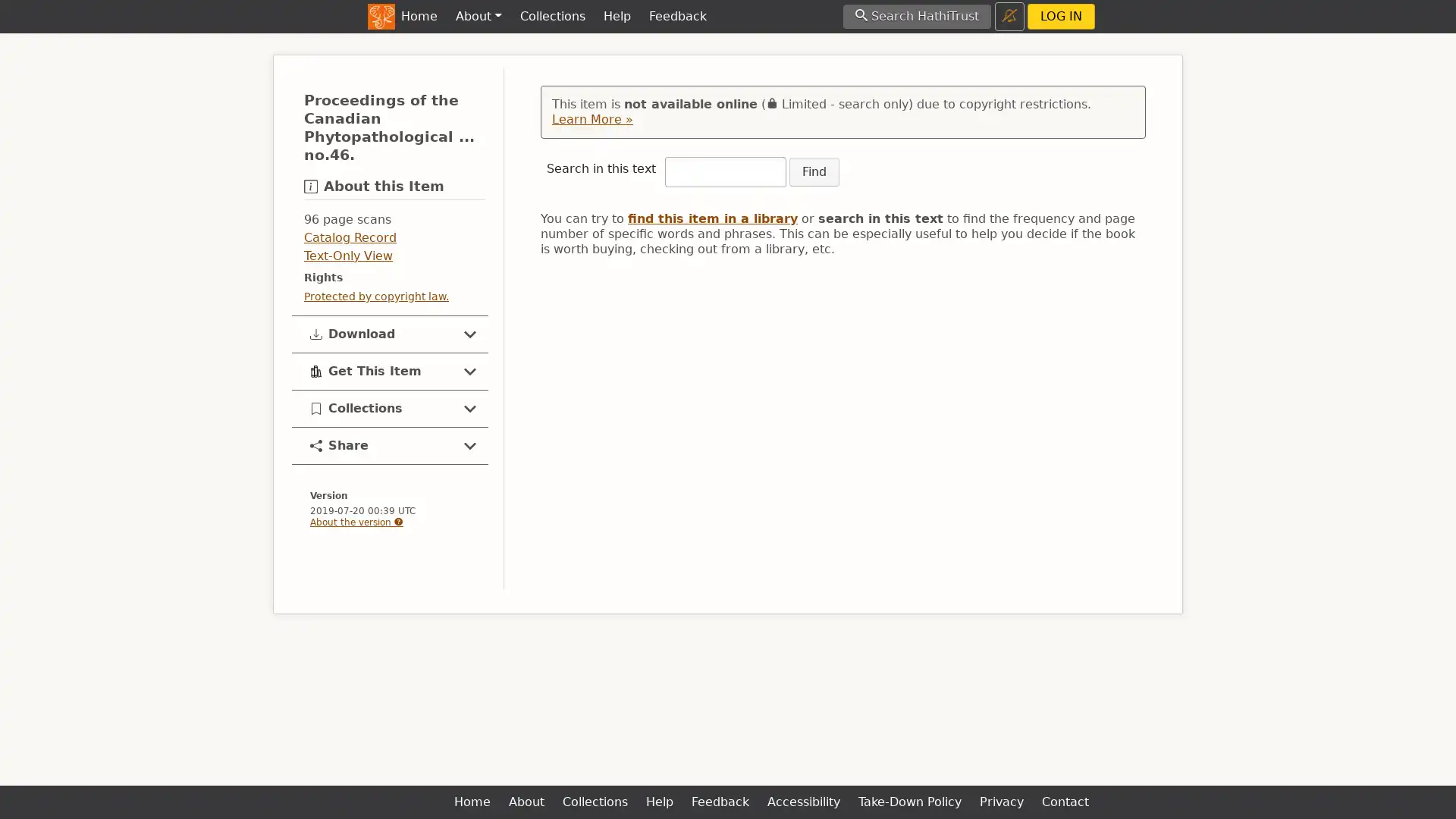 The width and height of the screenshot is (1456, 819). I want to click on About, so click(477, 17).